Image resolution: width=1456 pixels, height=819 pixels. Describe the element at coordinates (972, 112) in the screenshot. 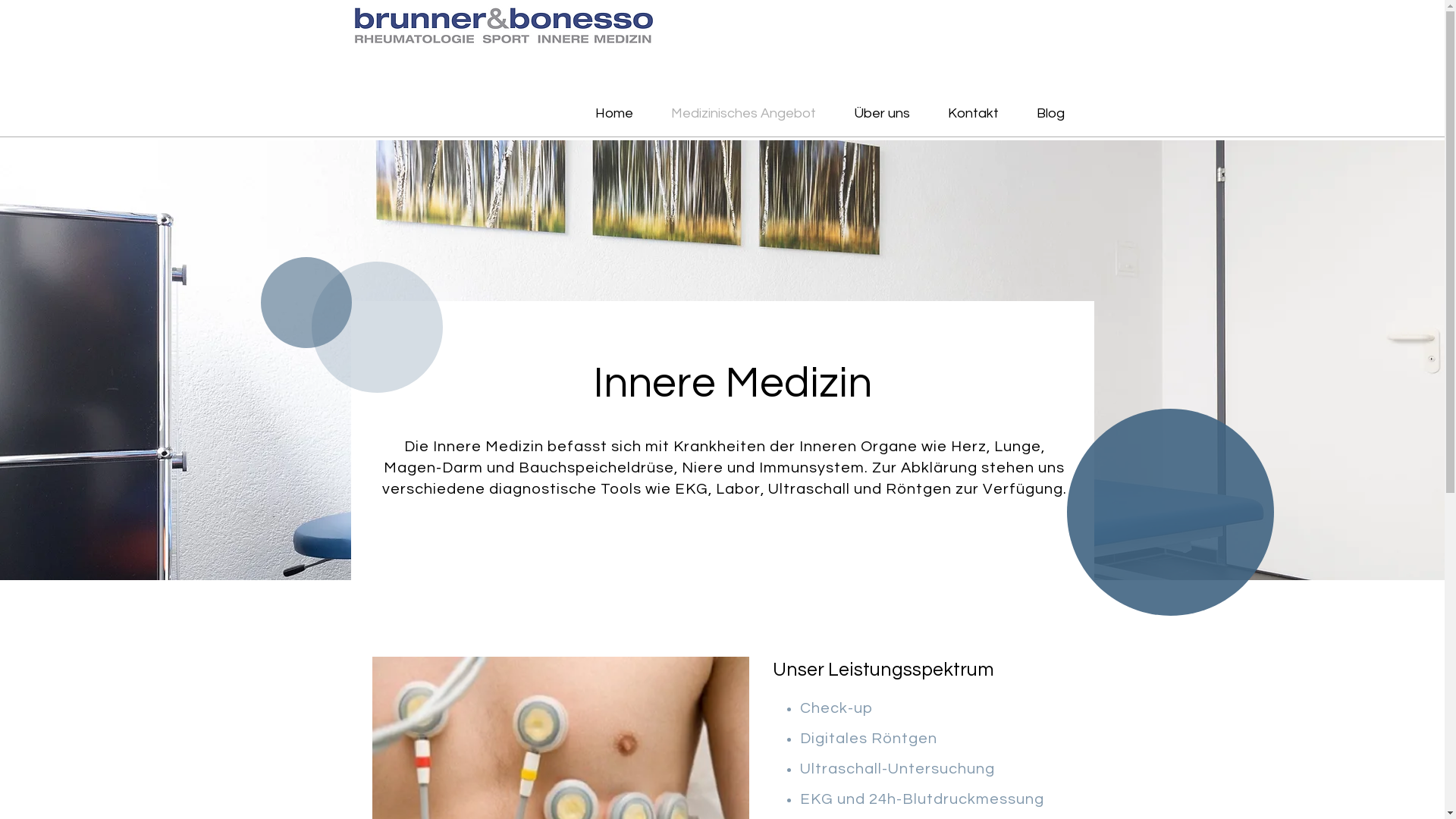

I see `'Kontakt'` at that location.